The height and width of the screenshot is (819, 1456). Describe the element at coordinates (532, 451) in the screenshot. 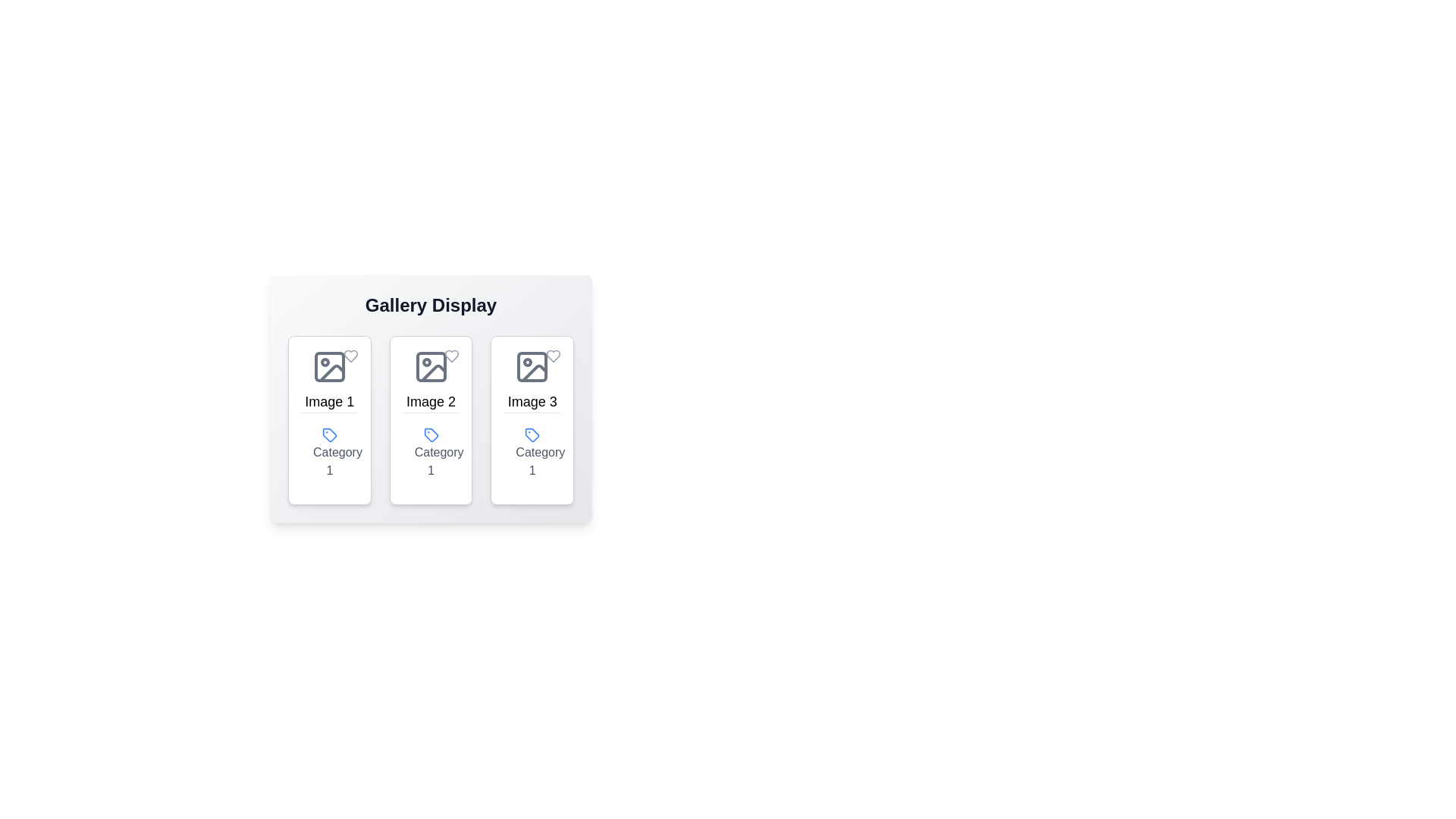

I see `the 'Category 1' text element, which is styled with a standard font and accompanied by a blue tag icon, located at the bottom of the card containing 'Image 3'` at that location.